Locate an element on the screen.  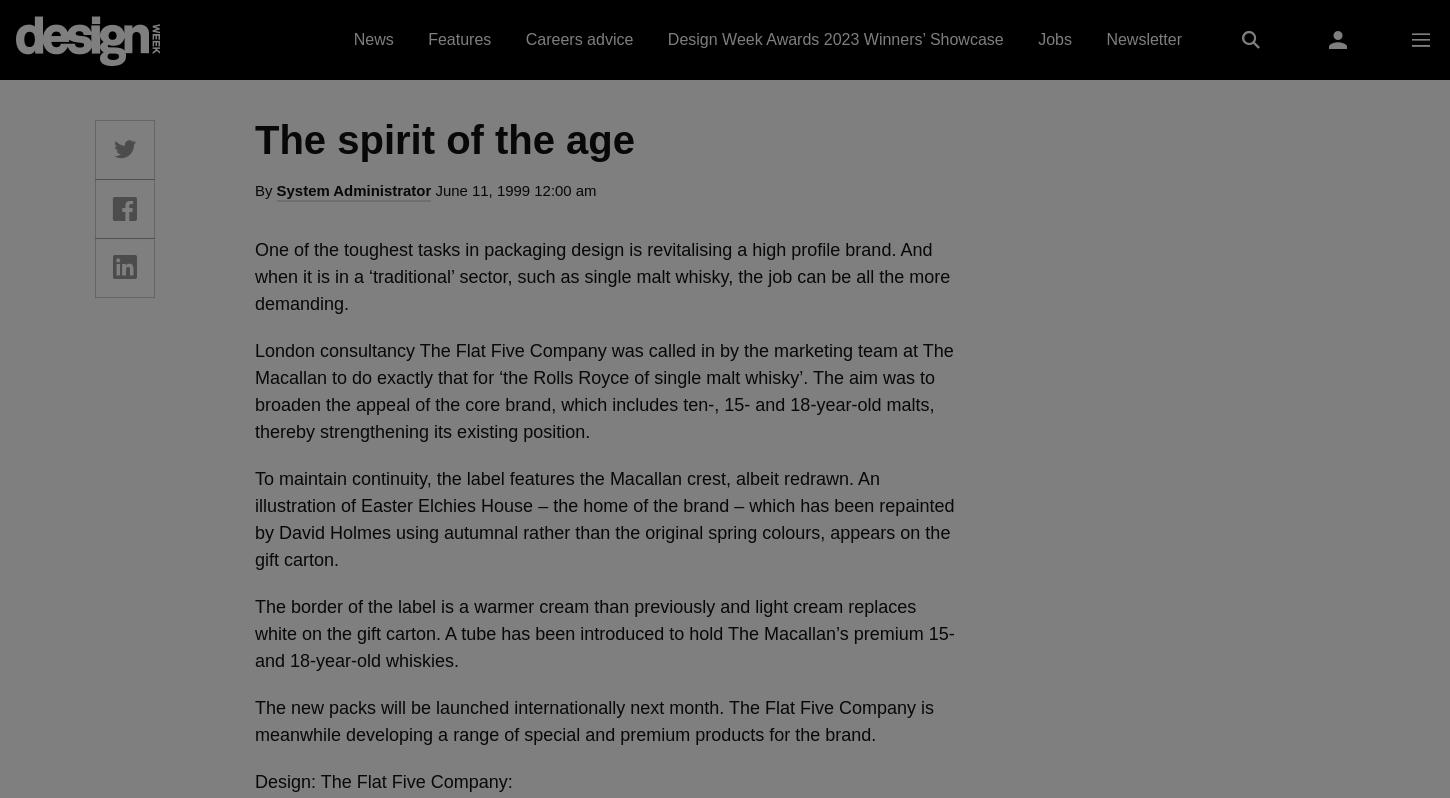
'June 11, 1999' is located at coordinates (481, 189).